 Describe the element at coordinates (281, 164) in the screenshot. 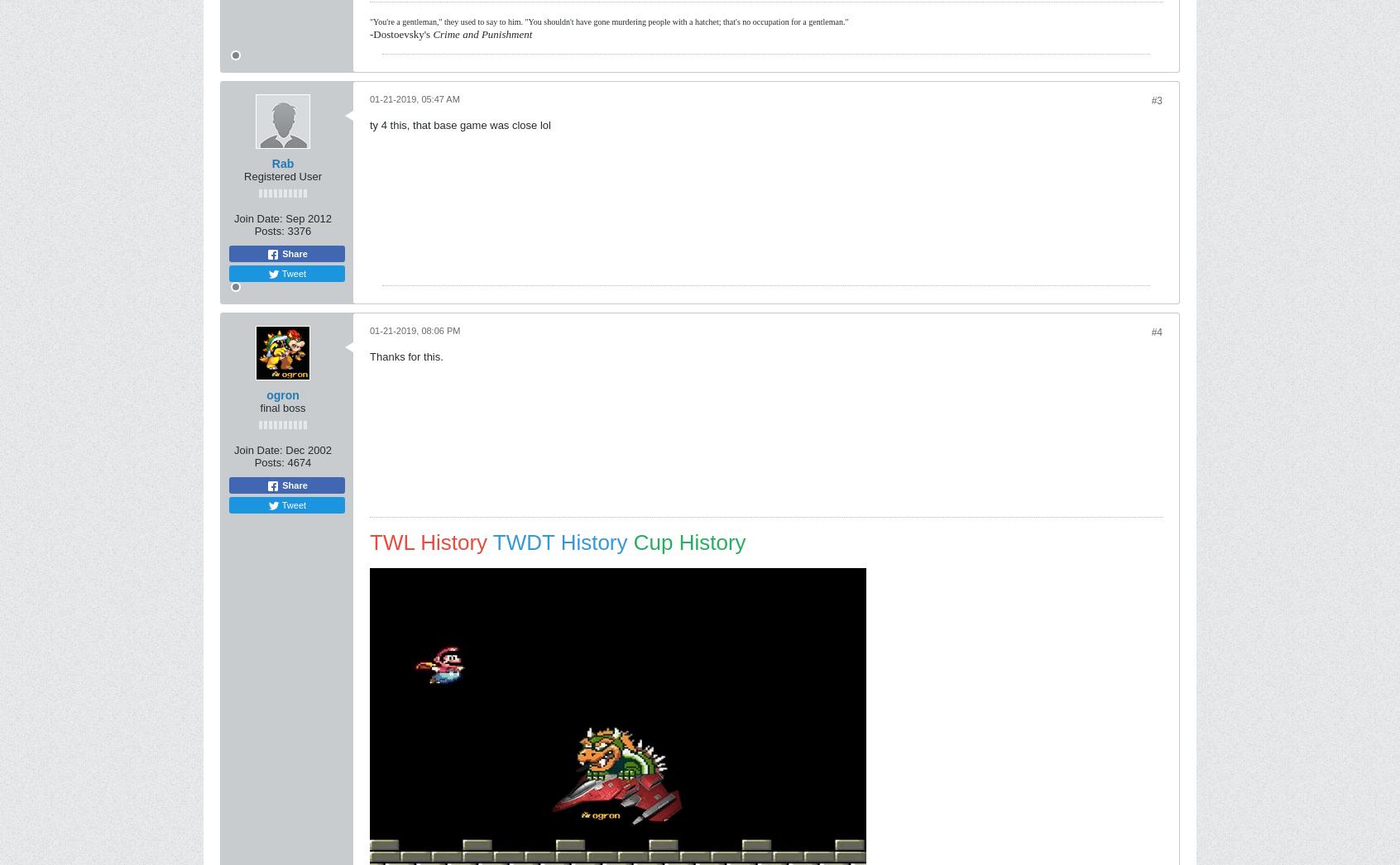

I see `'Rab'` at that location.